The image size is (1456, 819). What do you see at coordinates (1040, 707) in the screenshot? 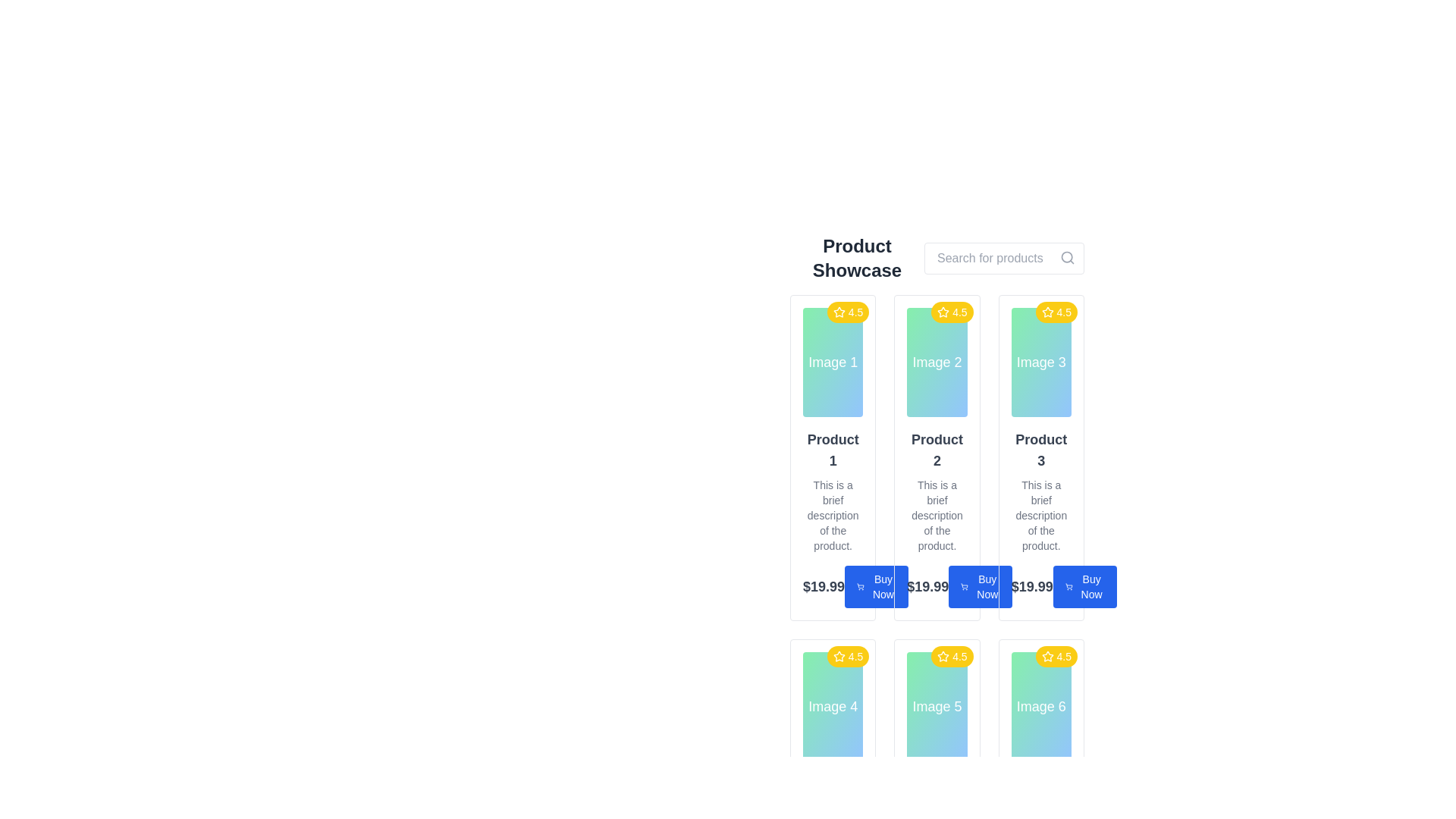
I see `text label displaying 'Image 6' which is located at the center of the sixth product card in the grid layout, on a gradient background transitioning from green to blue` at bounding box center [1040, 707].